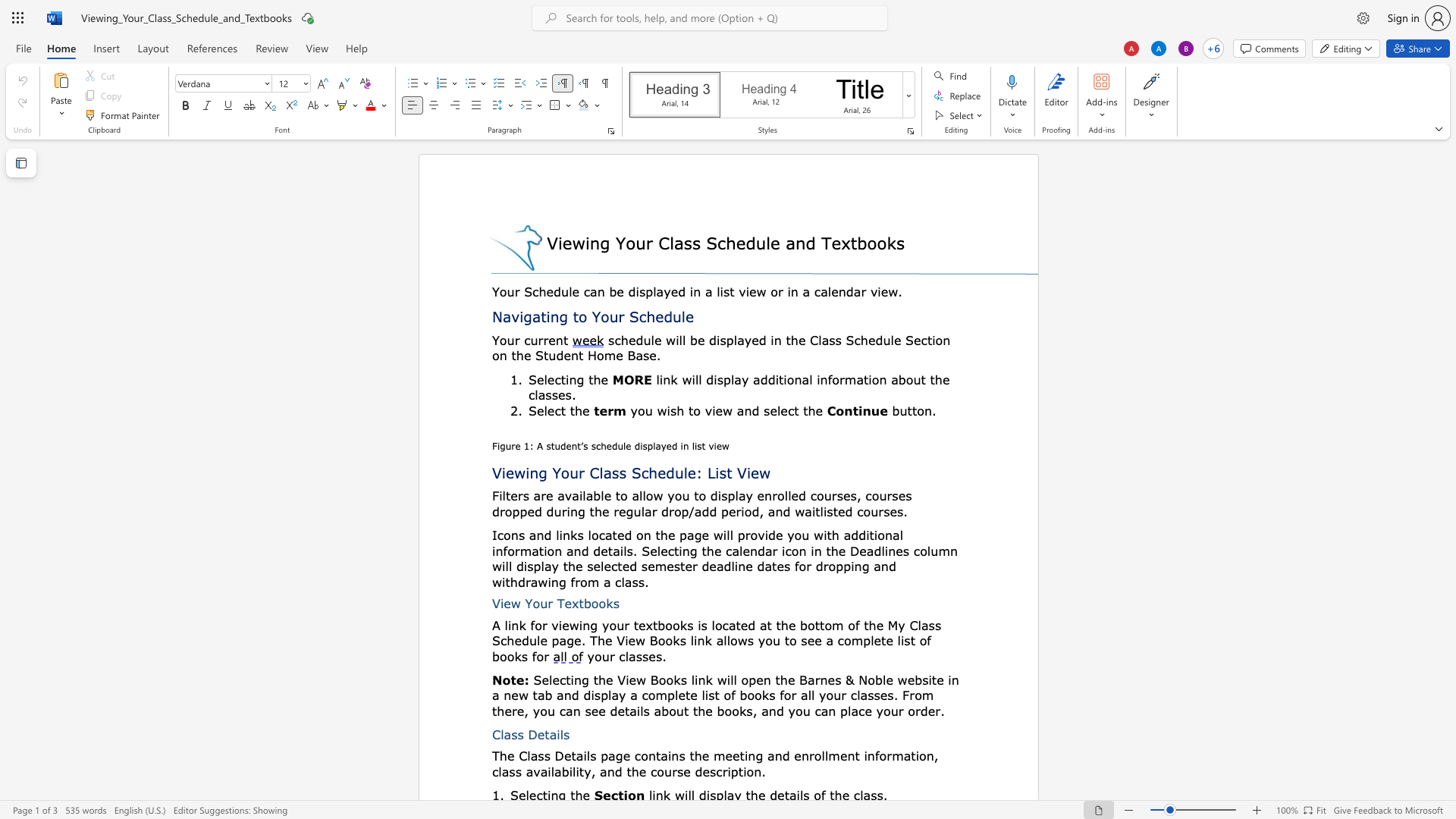  Describe the element at coordinates (607, 755) in the screenshot. I see `the space between the continuous character "p" and "a" in the text` at that location.